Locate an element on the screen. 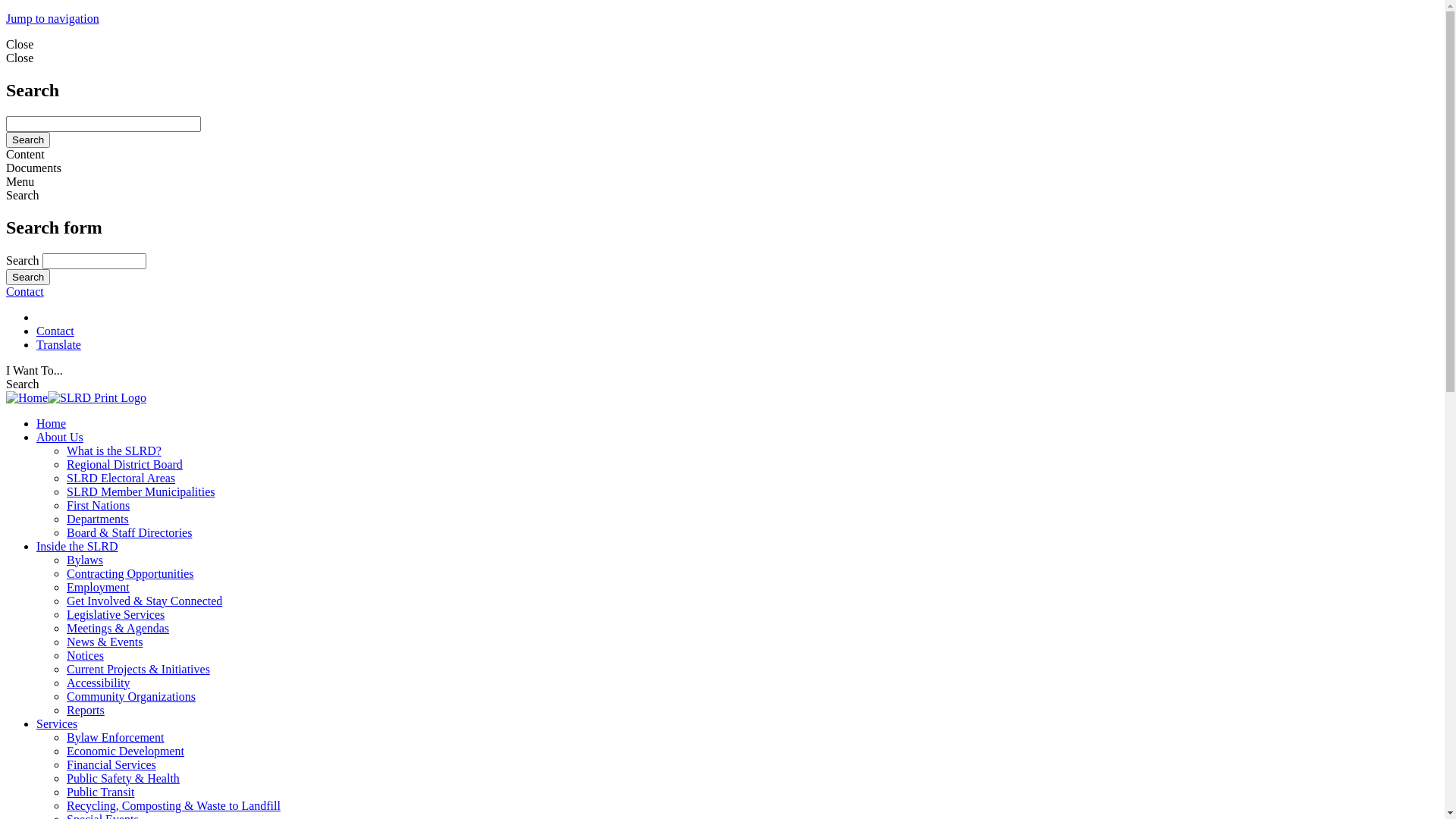 Image resolution: width=1456 pixels, height=819 pixels. 'Translate' is located at coordinates (58, 344).